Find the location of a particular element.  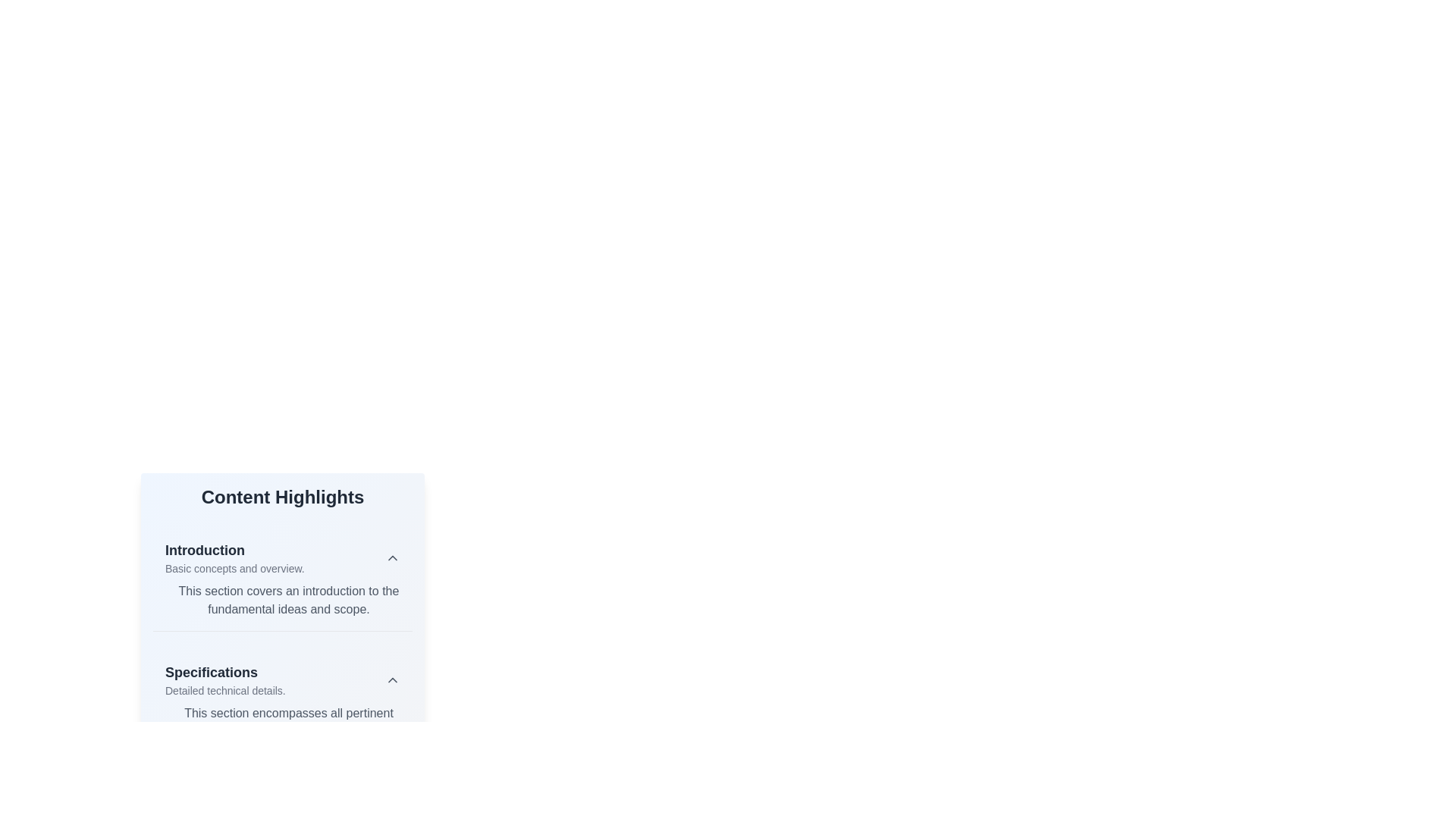

the text component titled 'Specifications' which contains the description 'Detailed technical details.' aligned to the left in the interface is located at coordinates (224, 679).